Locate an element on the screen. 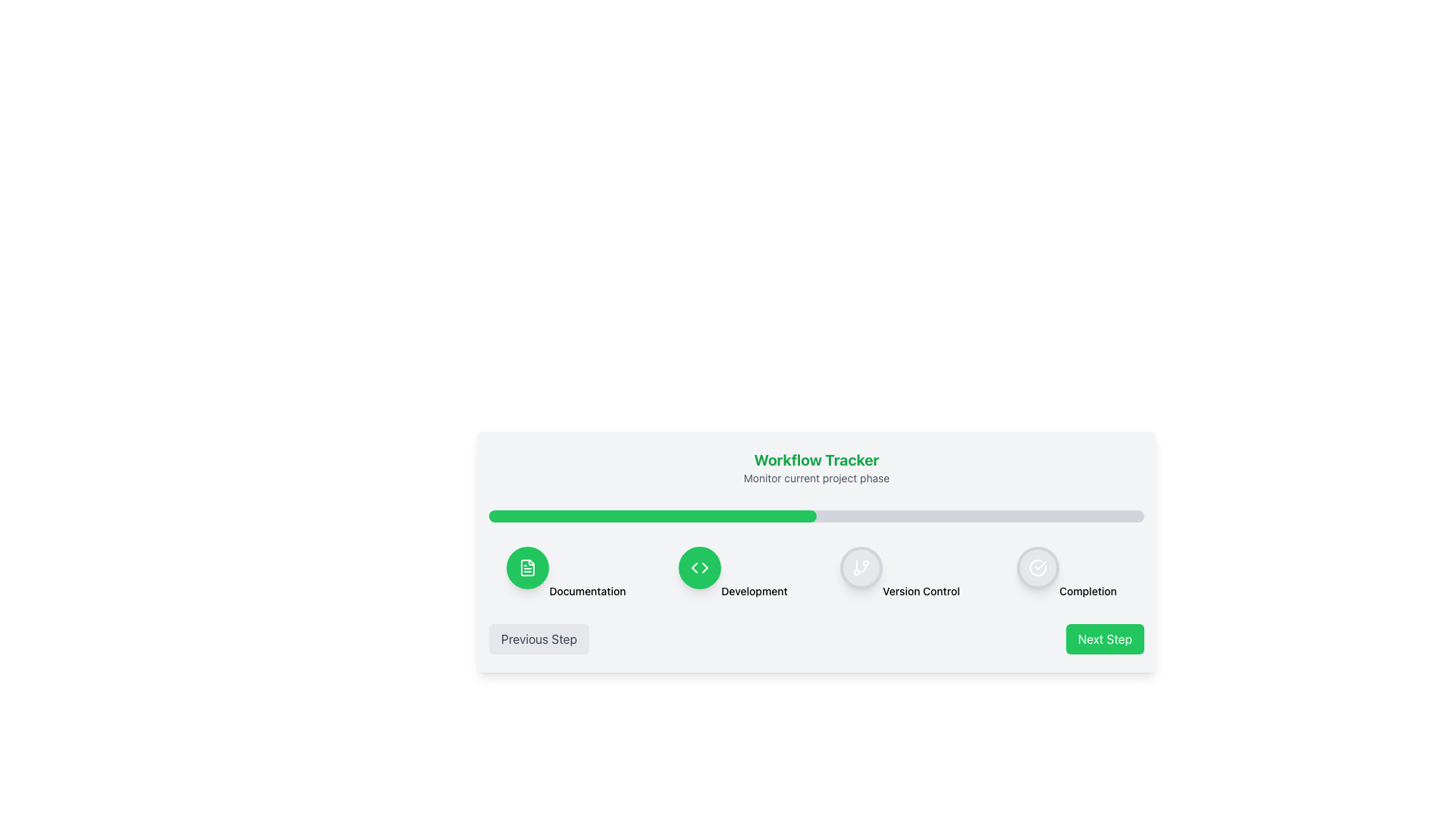 This screenshot has width=1456, height=819. the 'Documentation' phase marker in the progress indicator section of the project workflow tracker is located at coordinates (566, 573).